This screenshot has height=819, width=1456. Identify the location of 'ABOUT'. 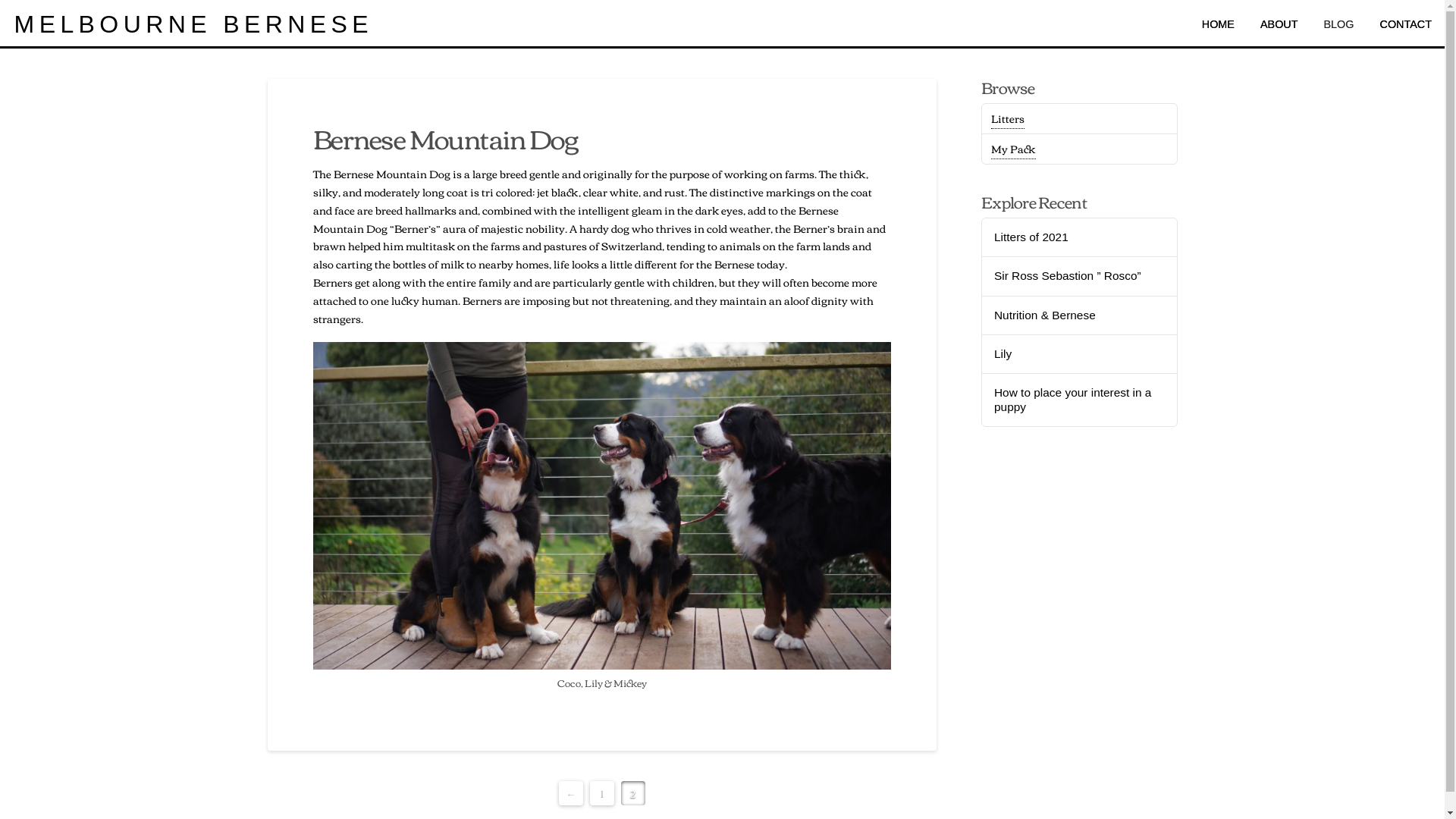
(1278, 24).